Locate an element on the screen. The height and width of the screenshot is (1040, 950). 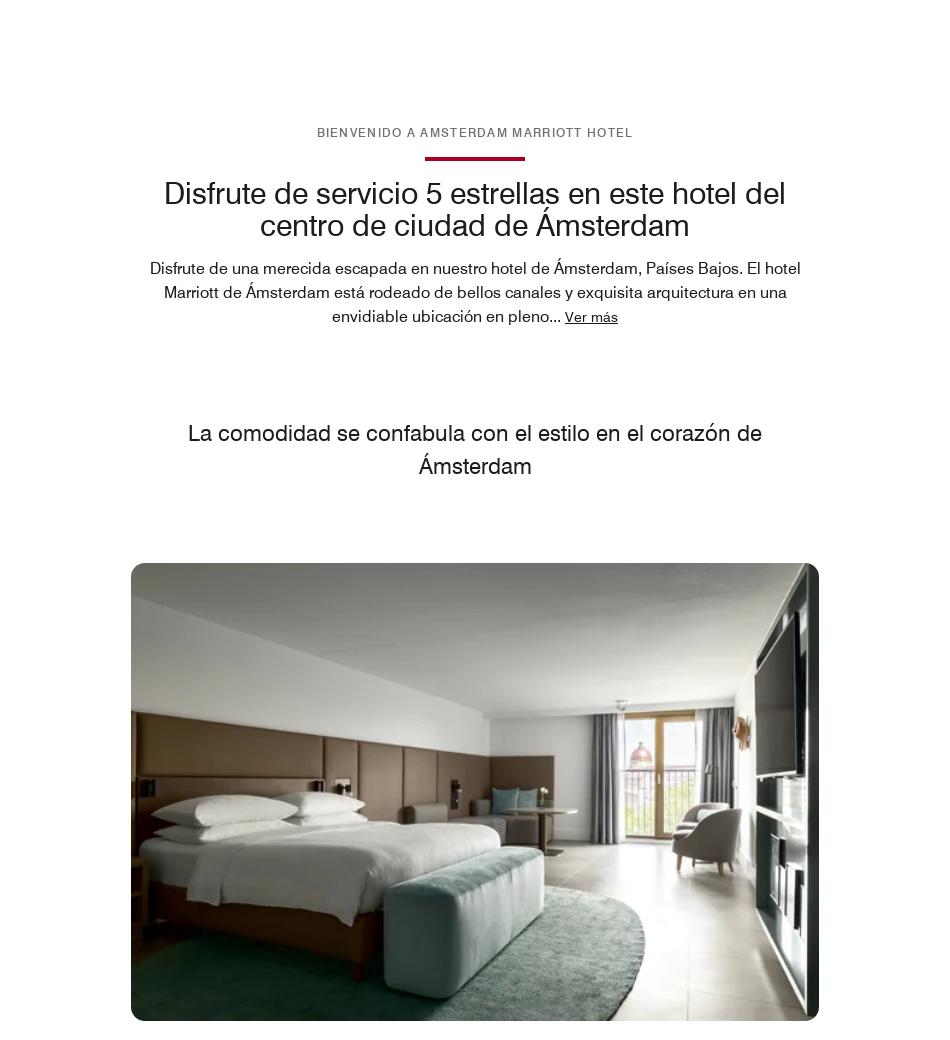
'Restaurantes' is located at coordinates (172, 606).